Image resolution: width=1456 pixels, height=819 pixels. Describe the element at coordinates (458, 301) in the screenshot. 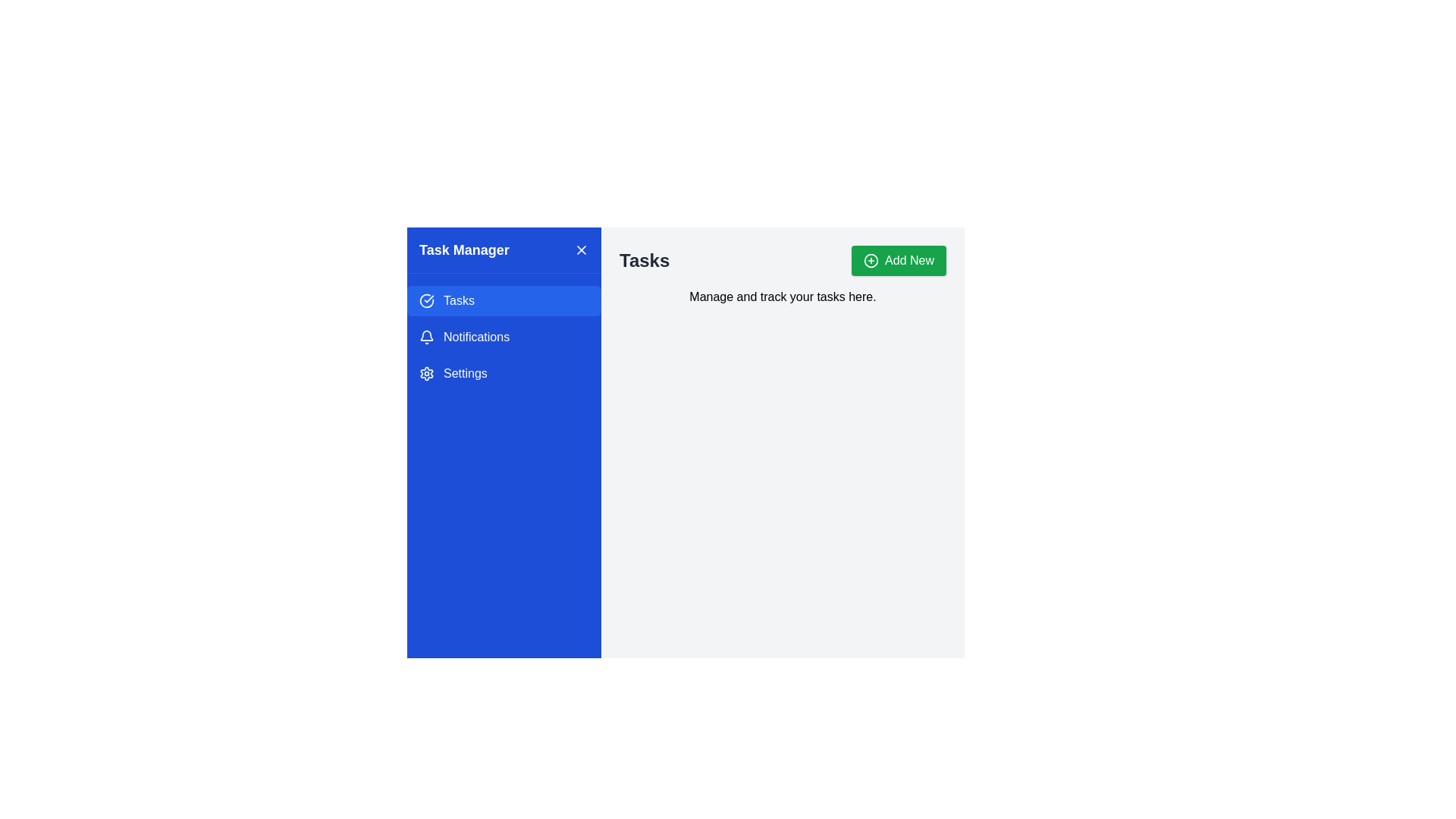

I see `text content of the static label element displaying 'Tasks' located on the left-side panel, styled in white on a blue background` at that location.